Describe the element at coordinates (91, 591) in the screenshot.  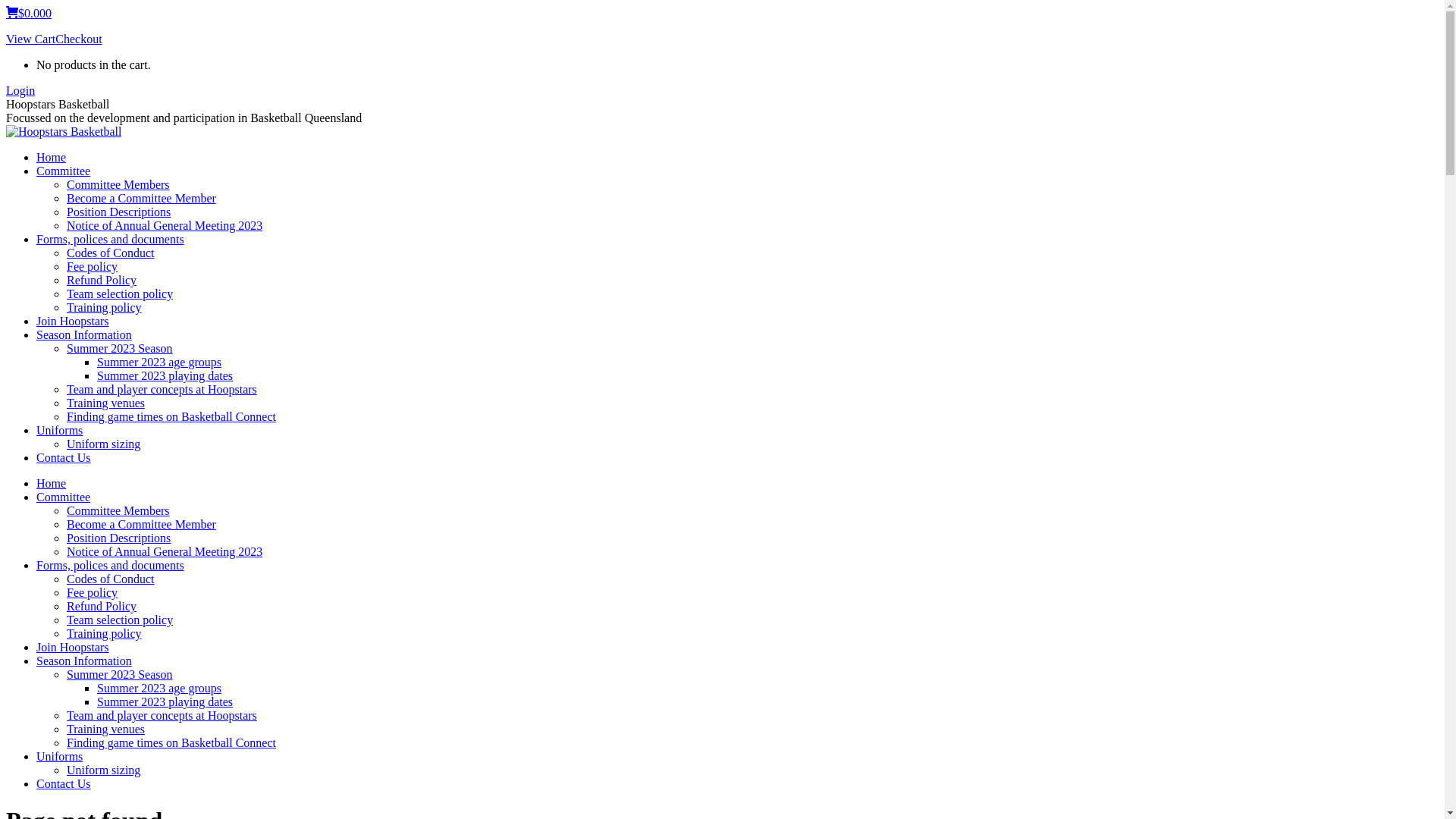
I see `'Fee policy'` at that location.